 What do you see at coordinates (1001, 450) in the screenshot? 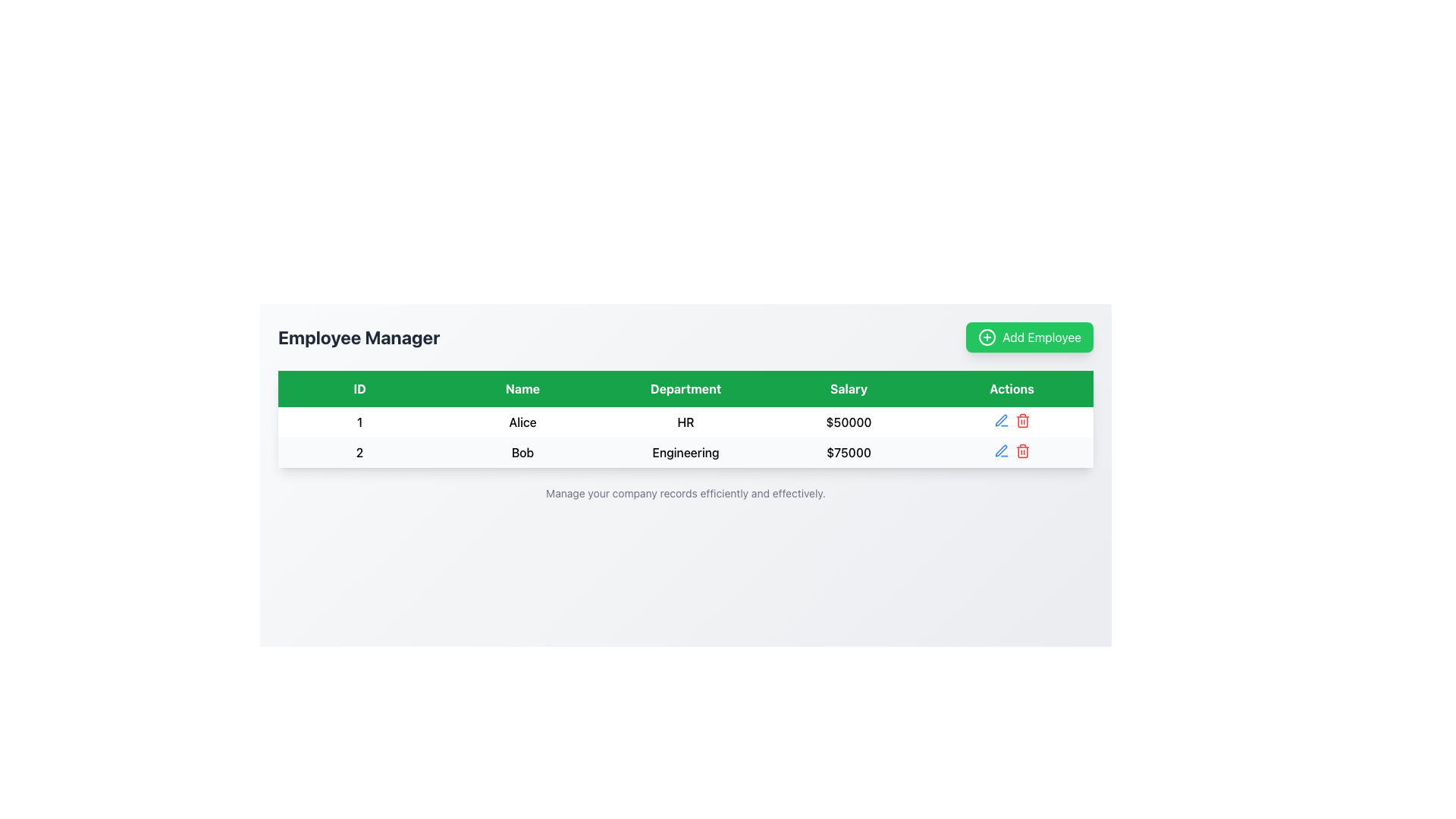
I see `the Editing Pen Icon located in the Actions column of the second row of the employee table` at bounding box center [1001, 450].